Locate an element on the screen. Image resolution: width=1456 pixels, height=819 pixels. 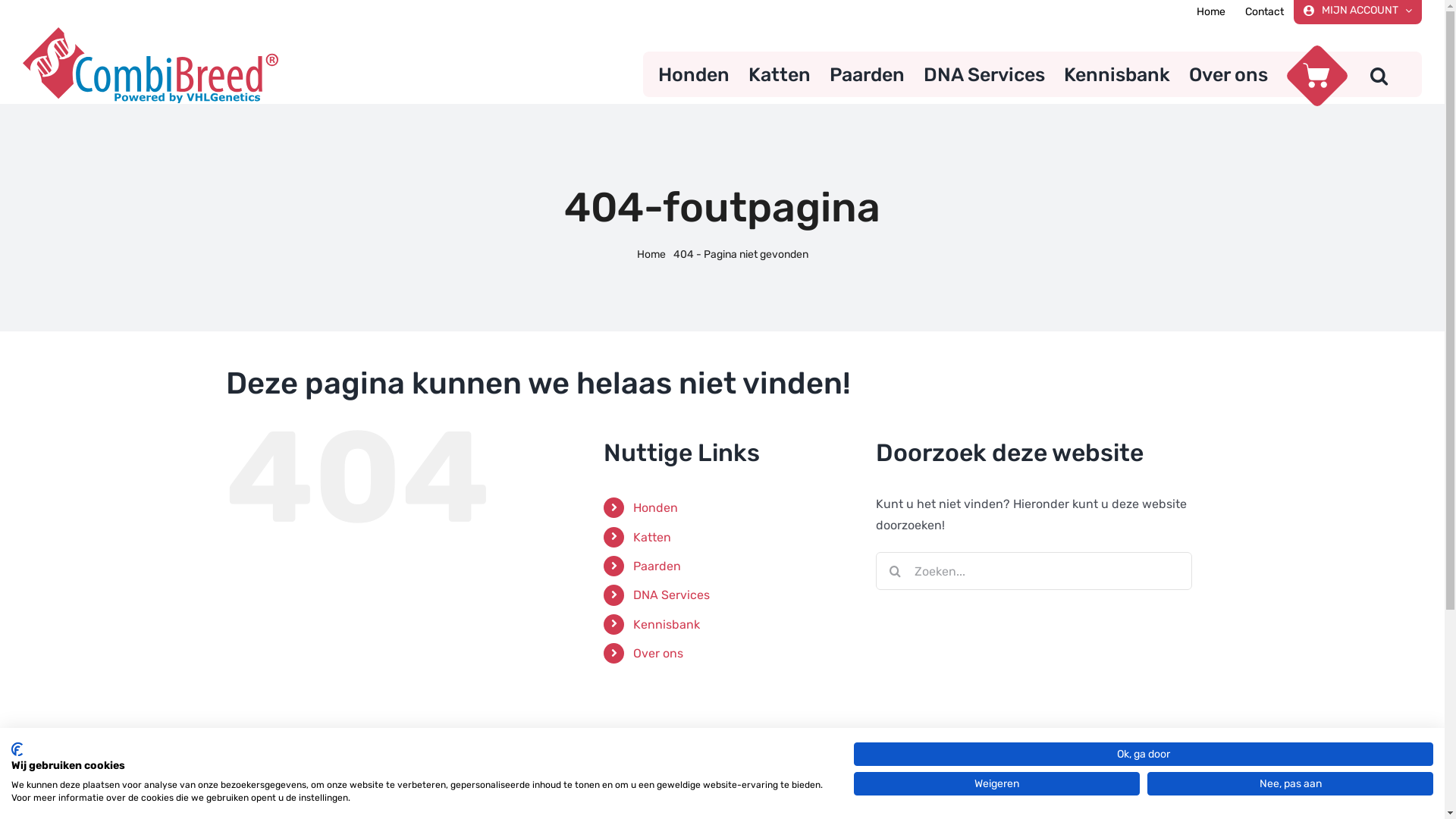
'Nee, pas aan' is located at coordinates (1289, 783).